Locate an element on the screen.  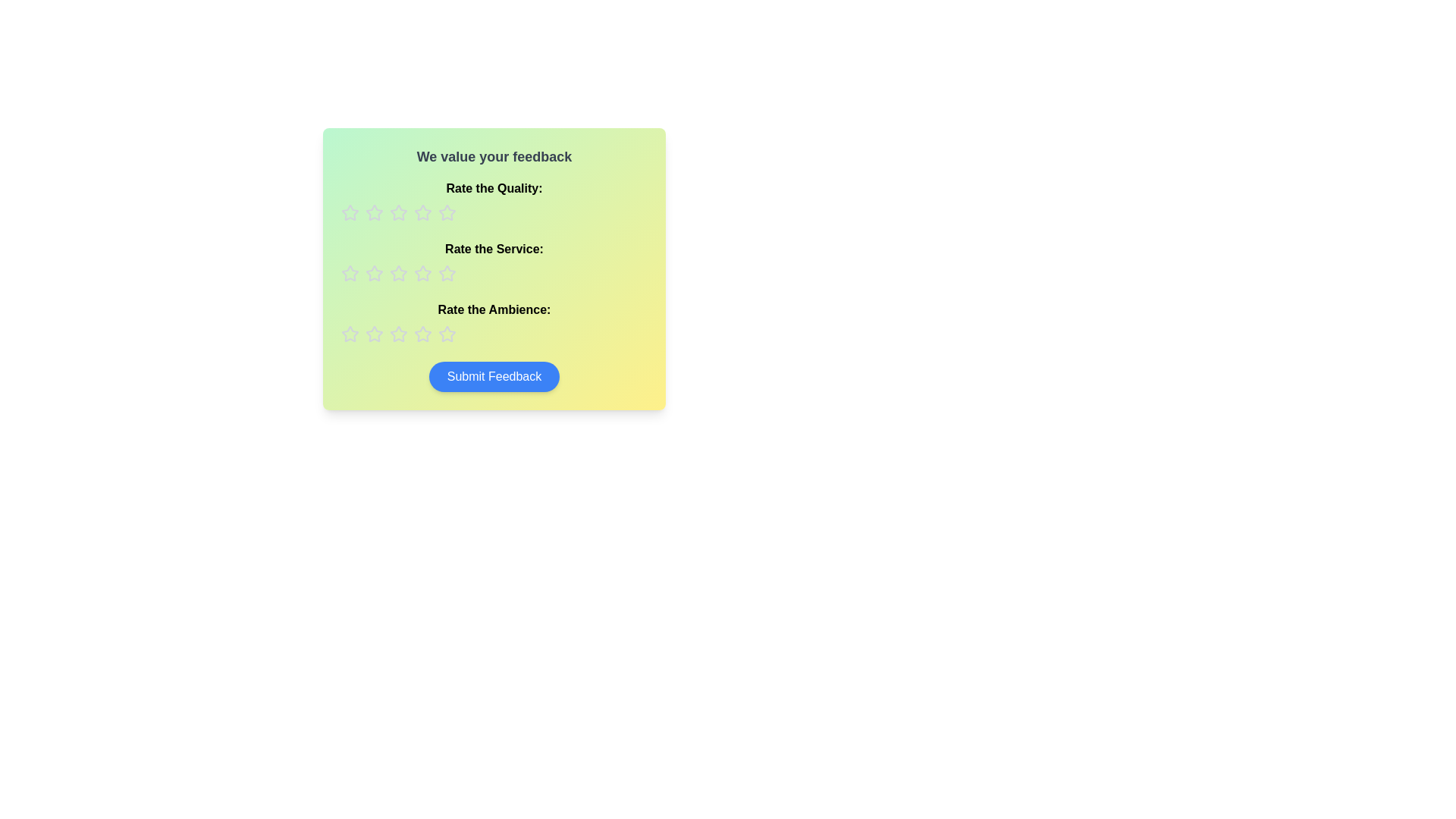
a star in the feedback panel is located at coordinates (494, 268).